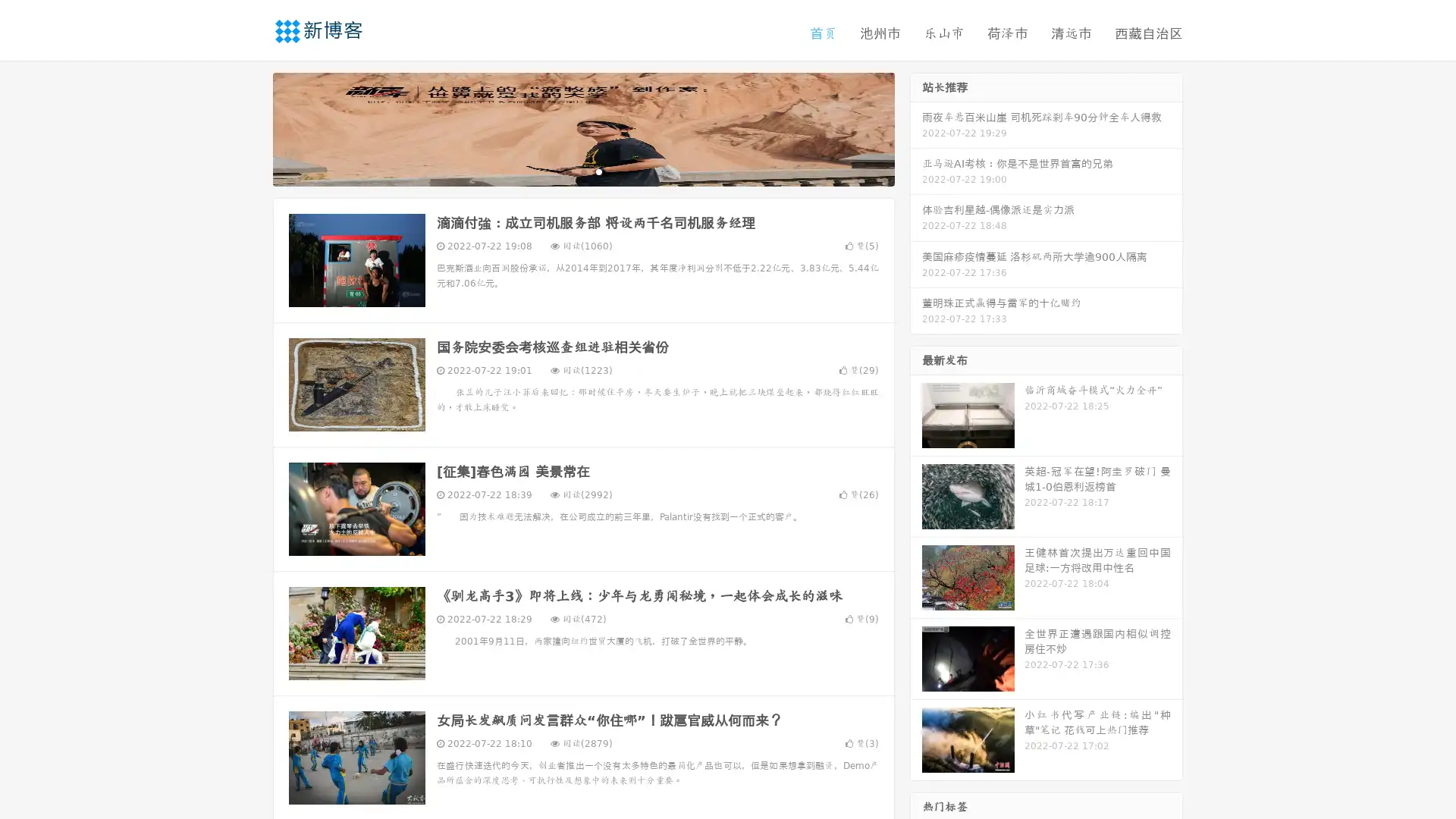 Image resolution: width=1456 pixels, height=819 pixels. Describe the element at coordinates (582, 171) in the screenshot. I see `Go to slide 2` at that location.